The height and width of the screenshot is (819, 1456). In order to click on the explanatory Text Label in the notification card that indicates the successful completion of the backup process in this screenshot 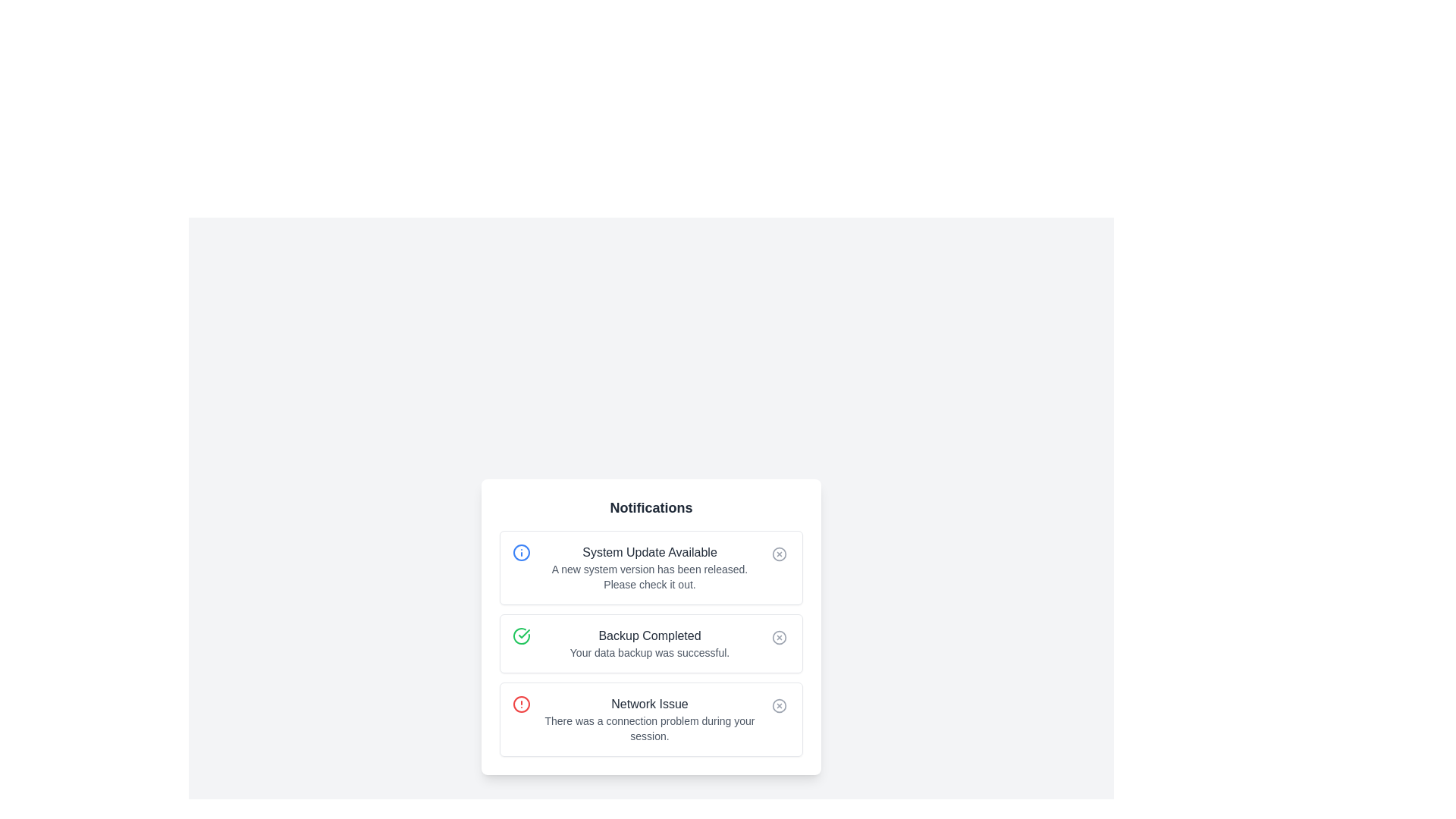, I will do `click(650, 651)`.